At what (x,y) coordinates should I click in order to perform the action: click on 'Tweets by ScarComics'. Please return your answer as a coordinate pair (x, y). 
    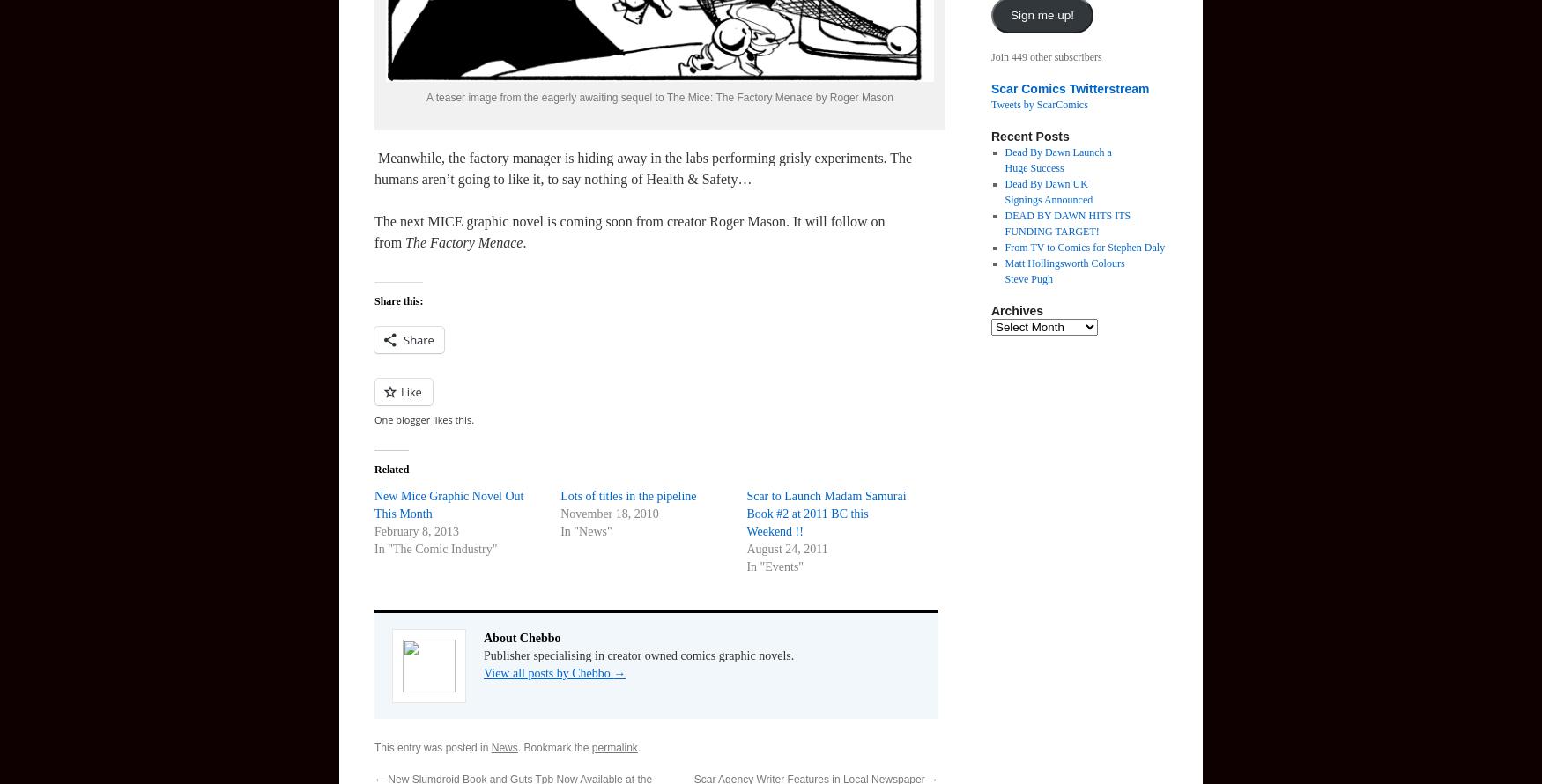
    Looking at the image, I should click on (991, 103).